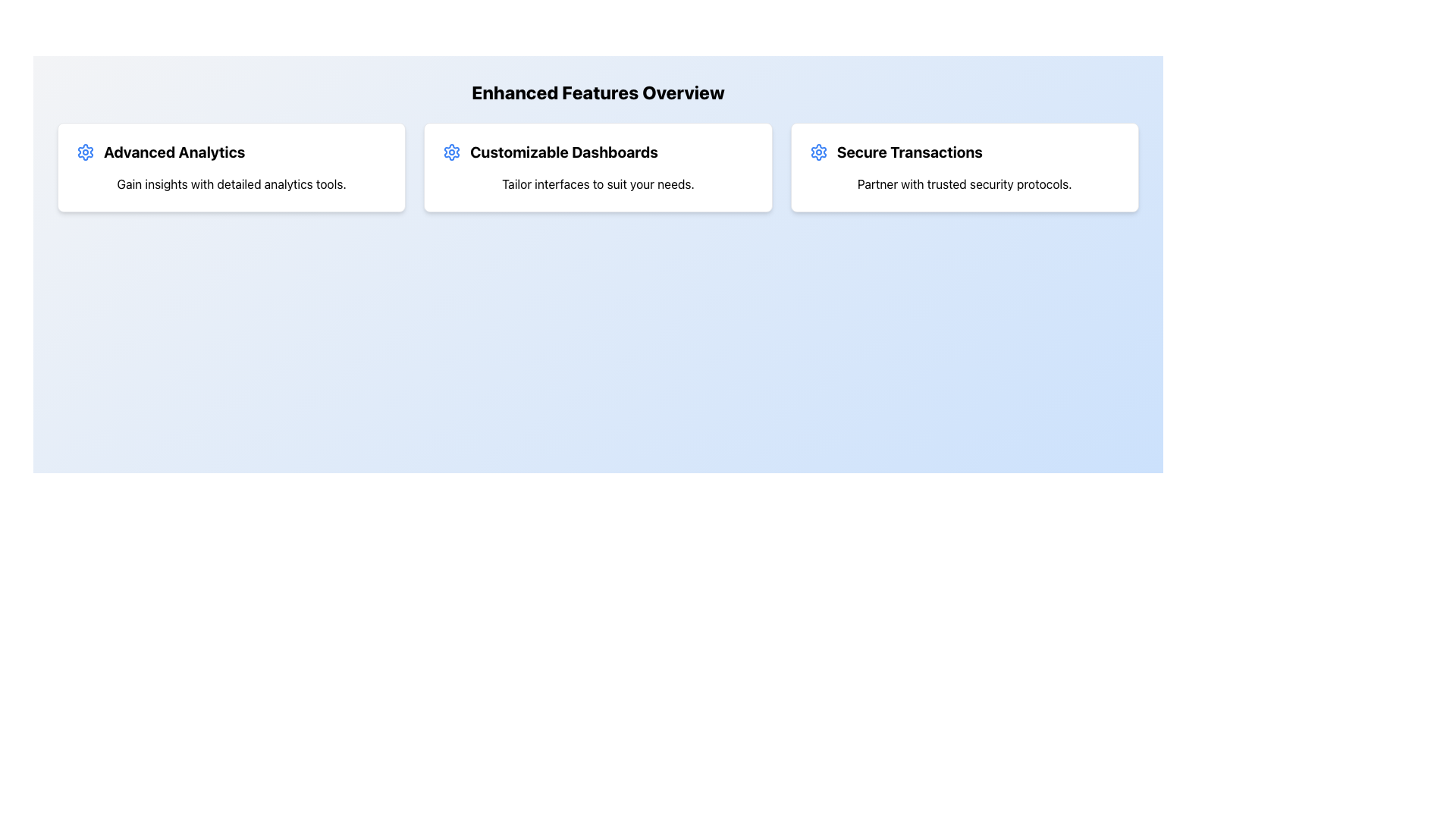 The height and width of the screenshot is (819, 1456). What do you see at coordinates (451, 152) in the screenshot?
I see `cog-shaped blue icon located in the middle card labeled 'Customizable Dashboards', which appears in the top-left corner of the card` at bounding box center [451, 152].